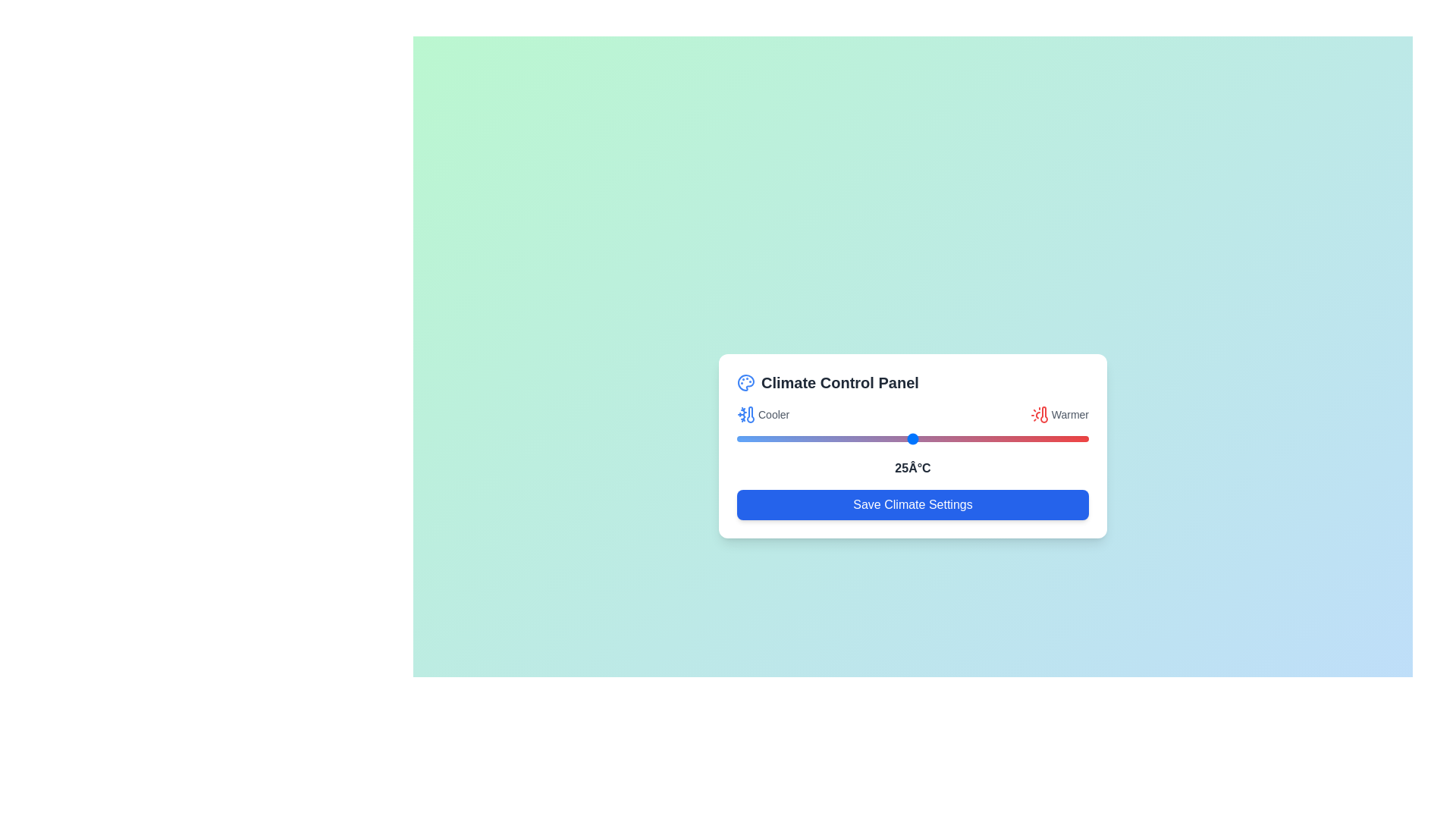 This screenshot has height=819, width=1456. Describe the element at coordinates (1031, 438) in the screenshot. I see `the temperature slider to set the temperature to 42°C` at that location.